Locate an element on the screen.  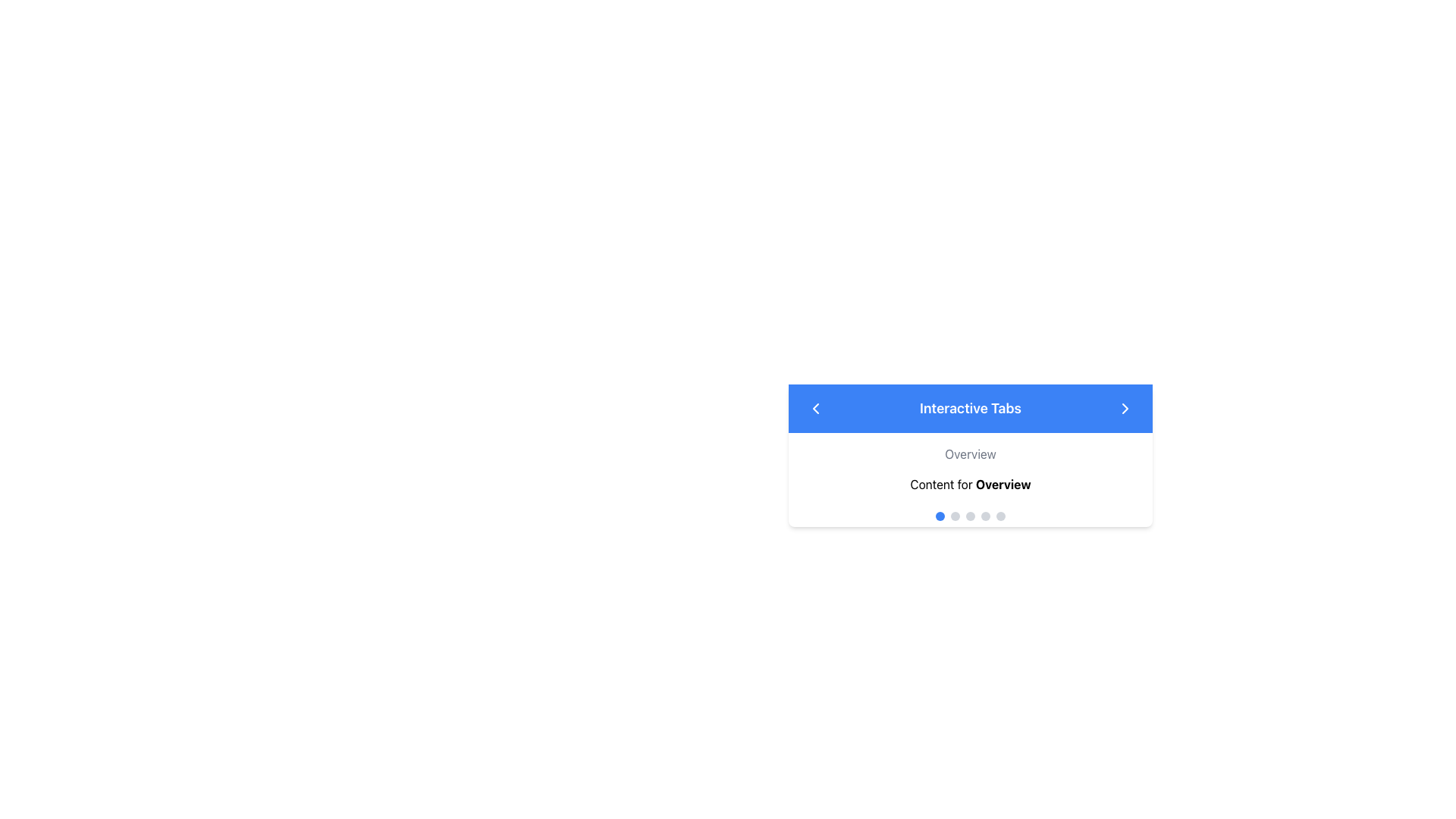
the small, left-pointing chevron icon button with a blue background is located at coordinates (814, 408).